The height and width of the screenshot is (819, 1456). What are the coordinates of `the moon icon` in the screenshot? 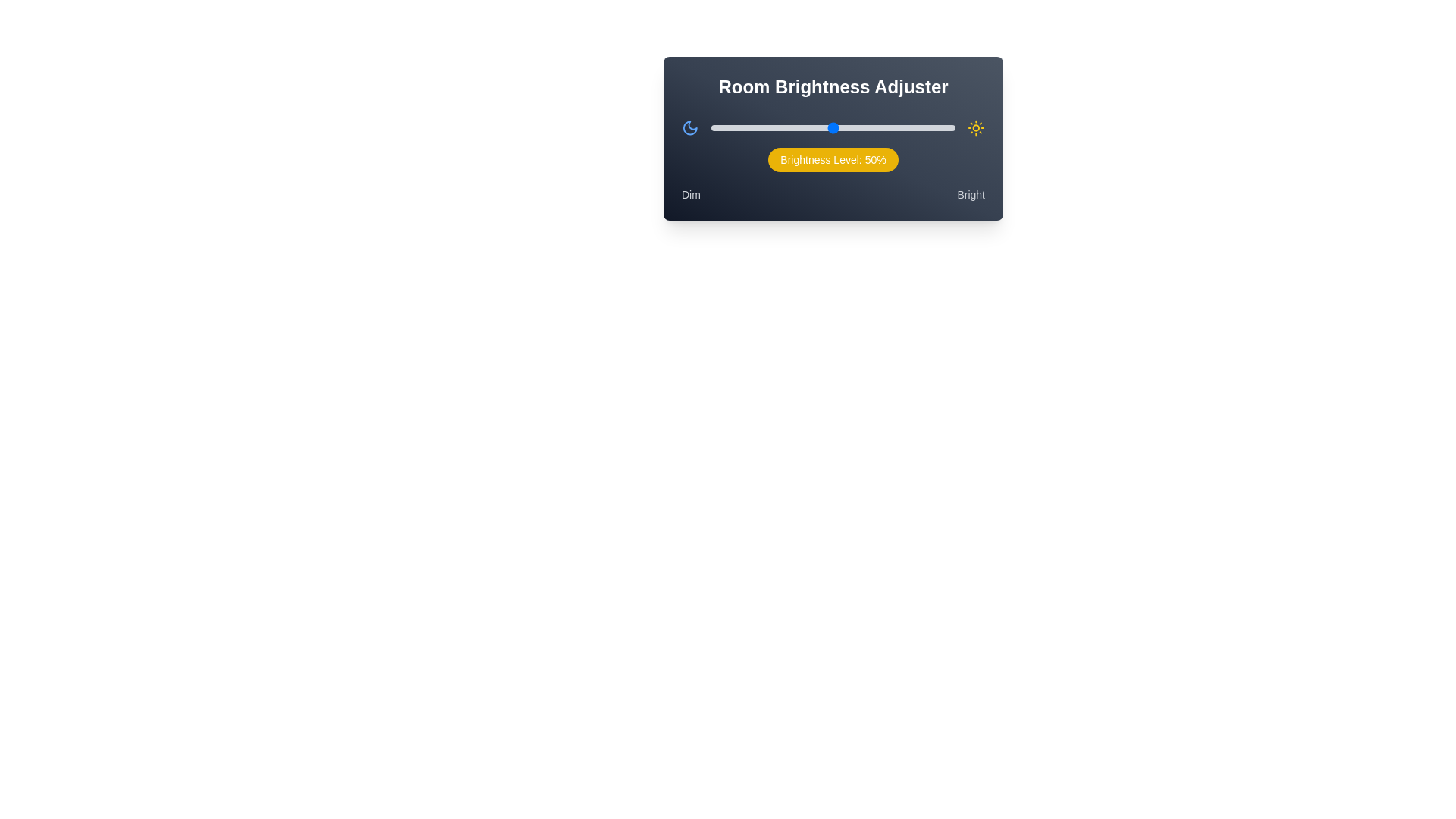 It's located at (689, 127).